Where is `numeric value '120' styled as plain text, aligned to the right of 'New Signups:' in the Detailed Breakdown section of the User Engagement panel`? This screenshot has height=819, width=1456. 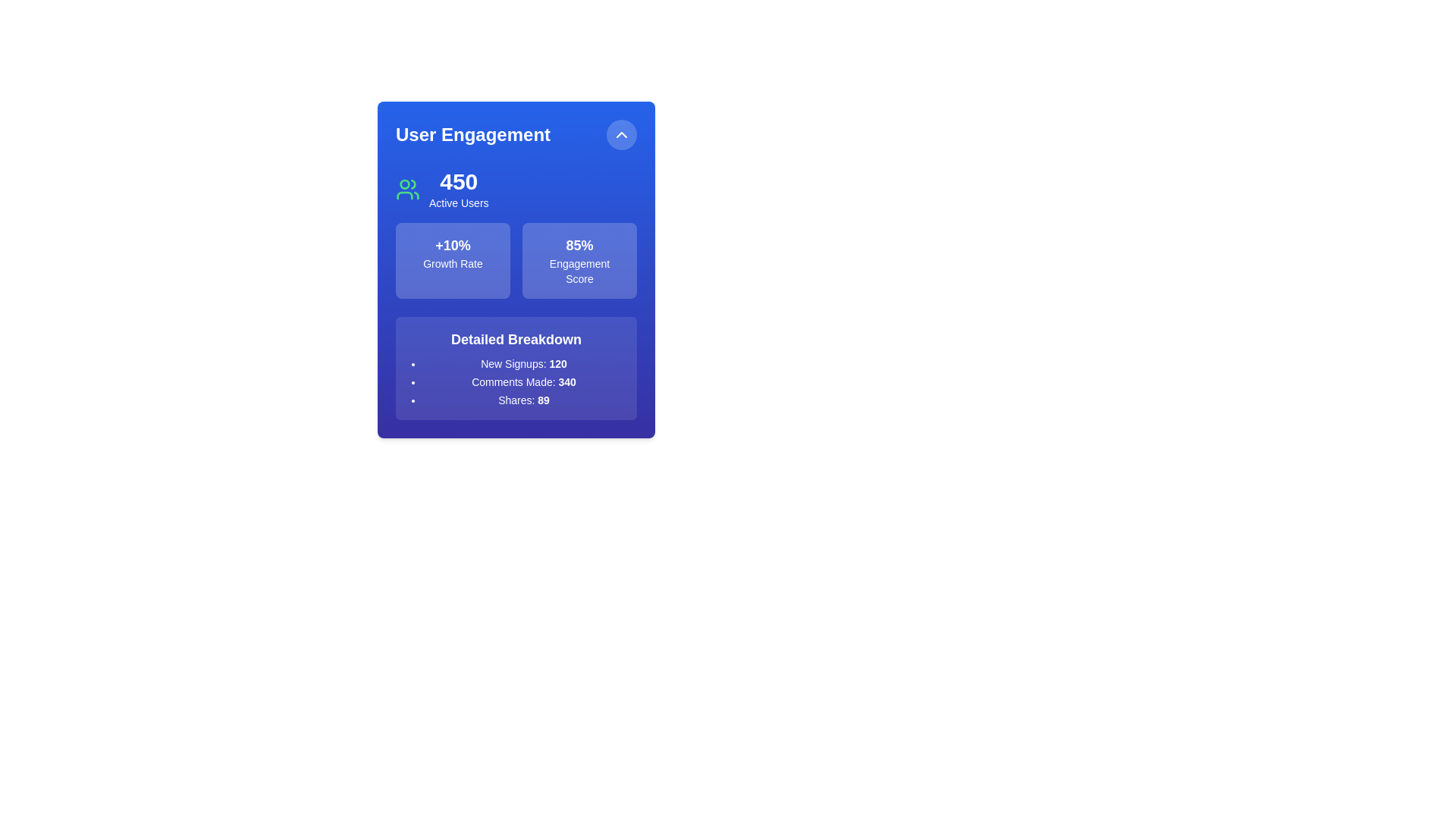
numeric value '120' styled as plain text, aligned to the right of 'New Signups:' in the Detailed Breakdown section of the User Engagement panel is located at coordinates (557, 363).